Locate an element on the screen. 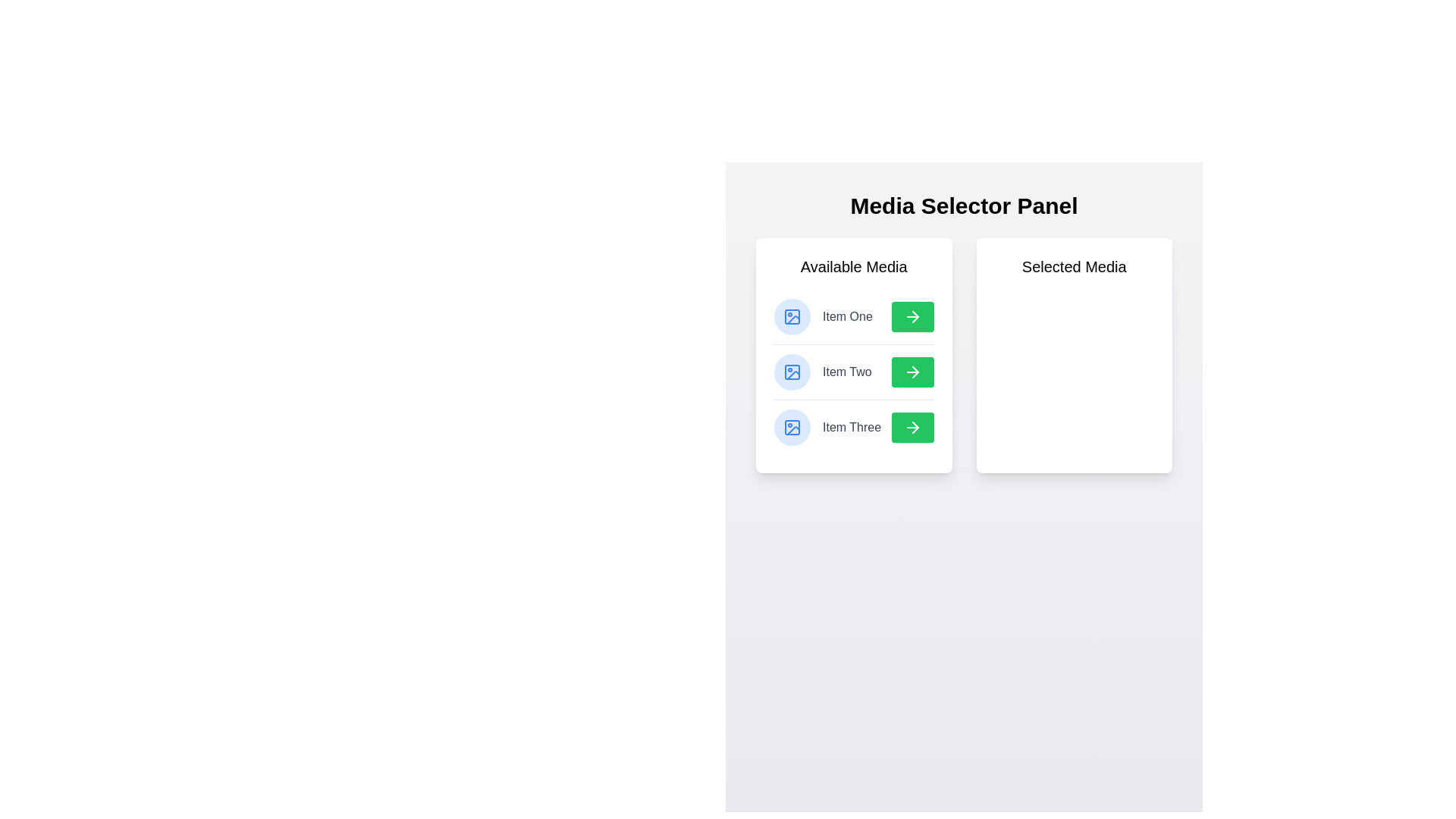 This screenshot has width=1456, height=819. the text label 'Item Three' in the third row of the 'Available Media' section in the 'Media Selector Panel' is located at coordinates (854, 427).